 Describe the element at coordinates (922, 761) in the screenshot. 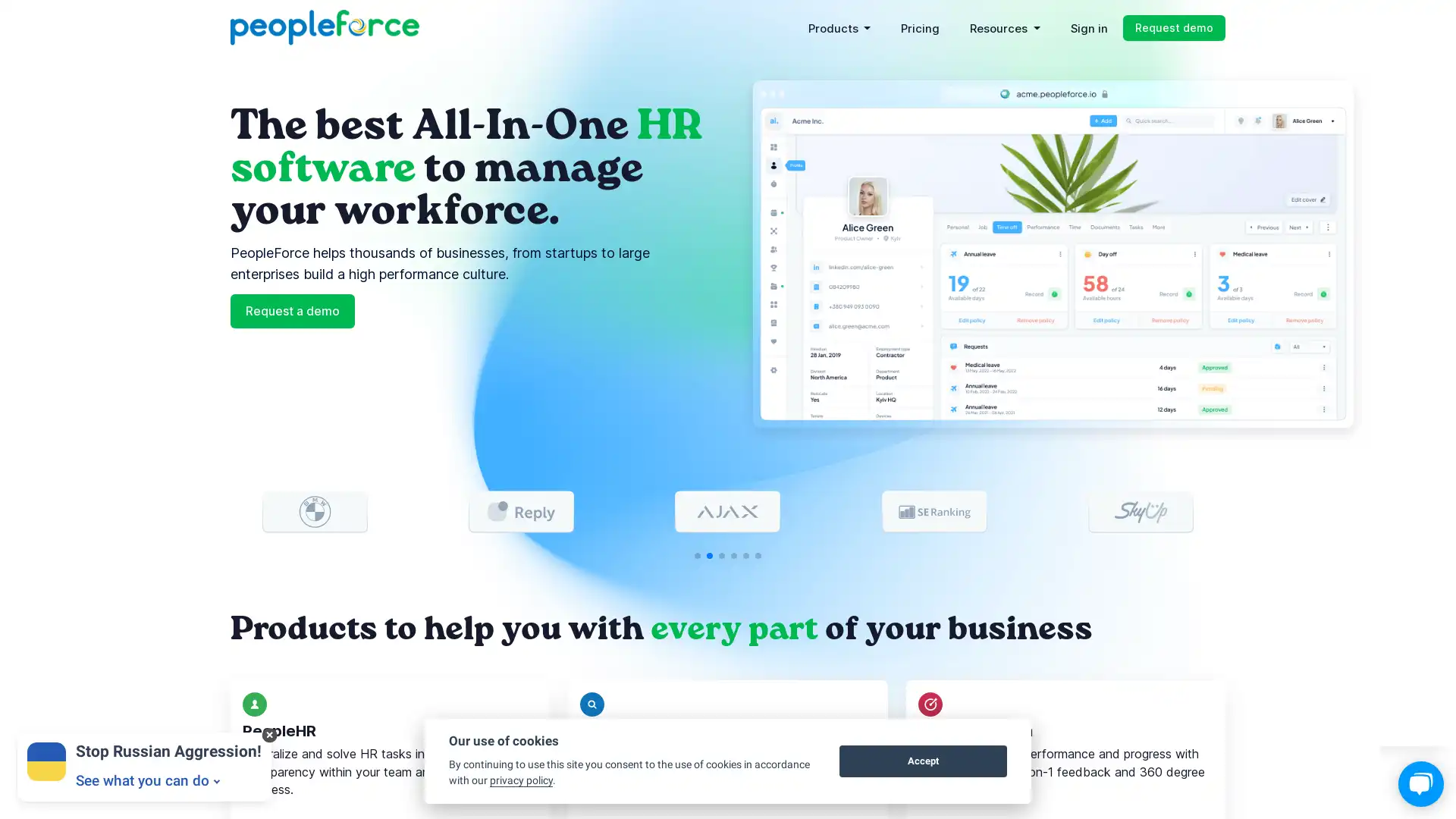

I see `Accept` at that location.